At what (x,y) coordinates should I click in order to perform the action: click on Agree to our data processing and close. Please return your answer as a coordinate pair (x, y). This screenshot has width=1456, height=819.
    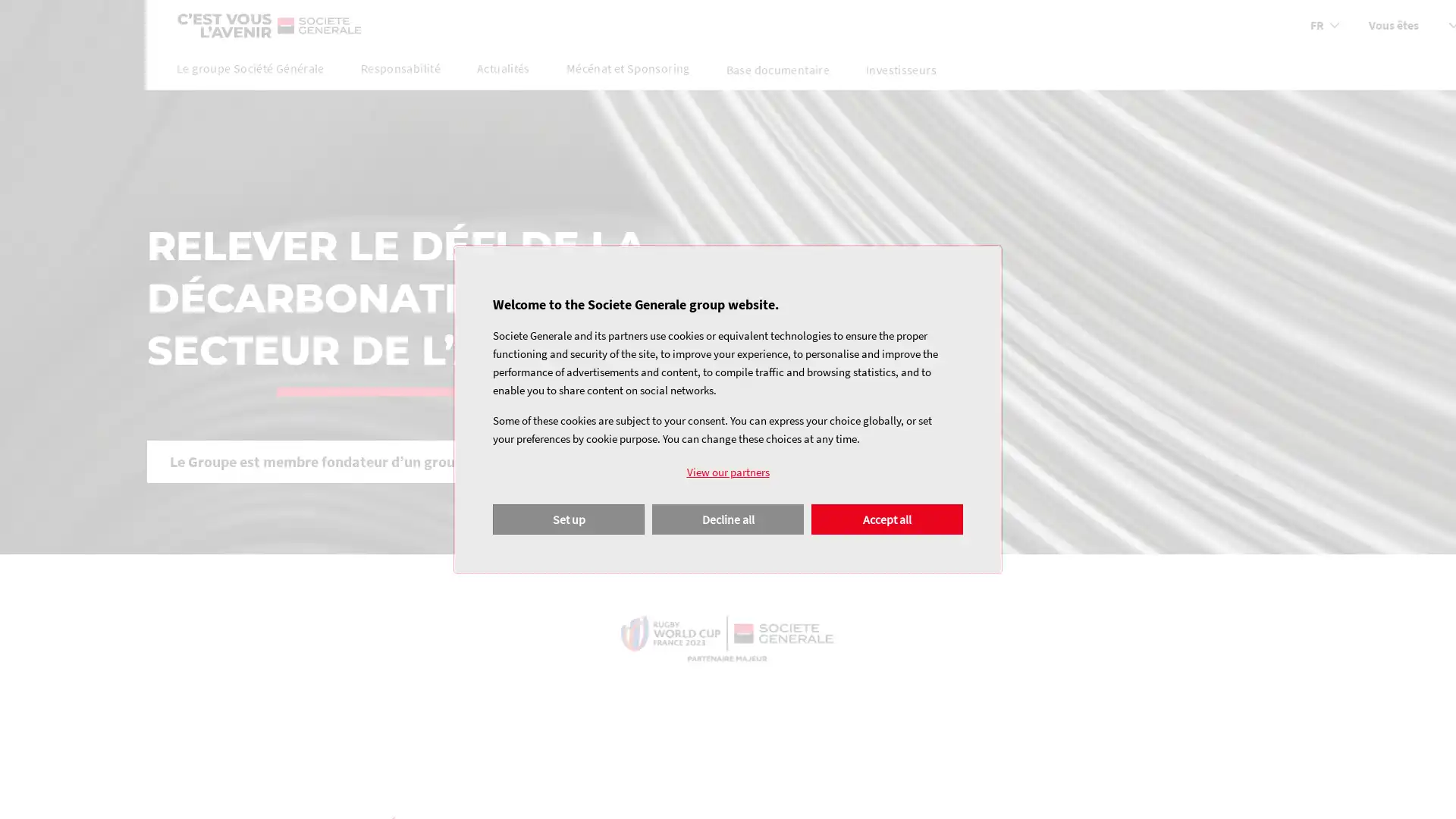
    Looking at the image, I should click on (887, 518).